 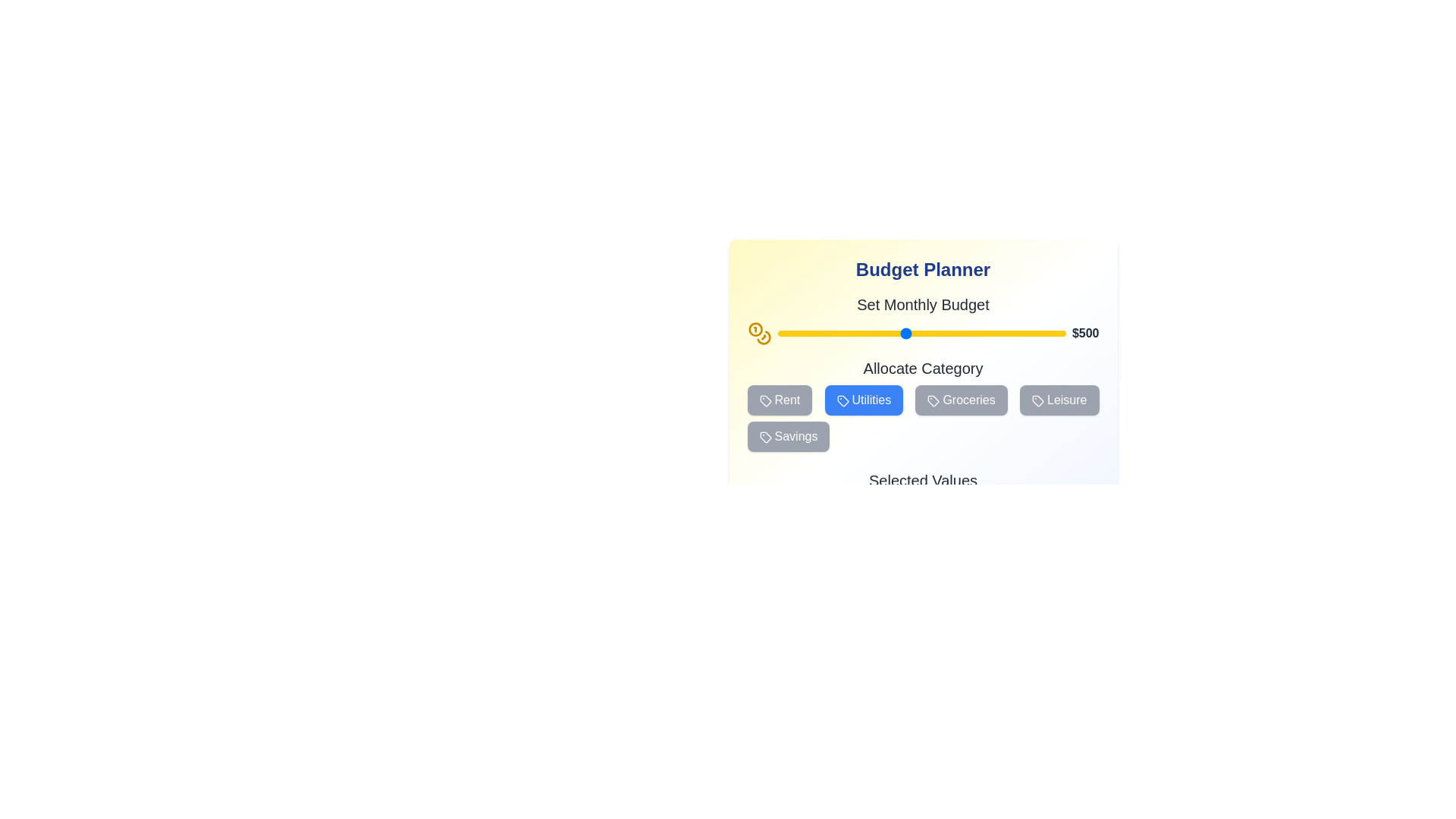 I want to click on the SVG circle component with a blue outline located at the bottom center of the budget planner card layout, so click(x=989, y=512).